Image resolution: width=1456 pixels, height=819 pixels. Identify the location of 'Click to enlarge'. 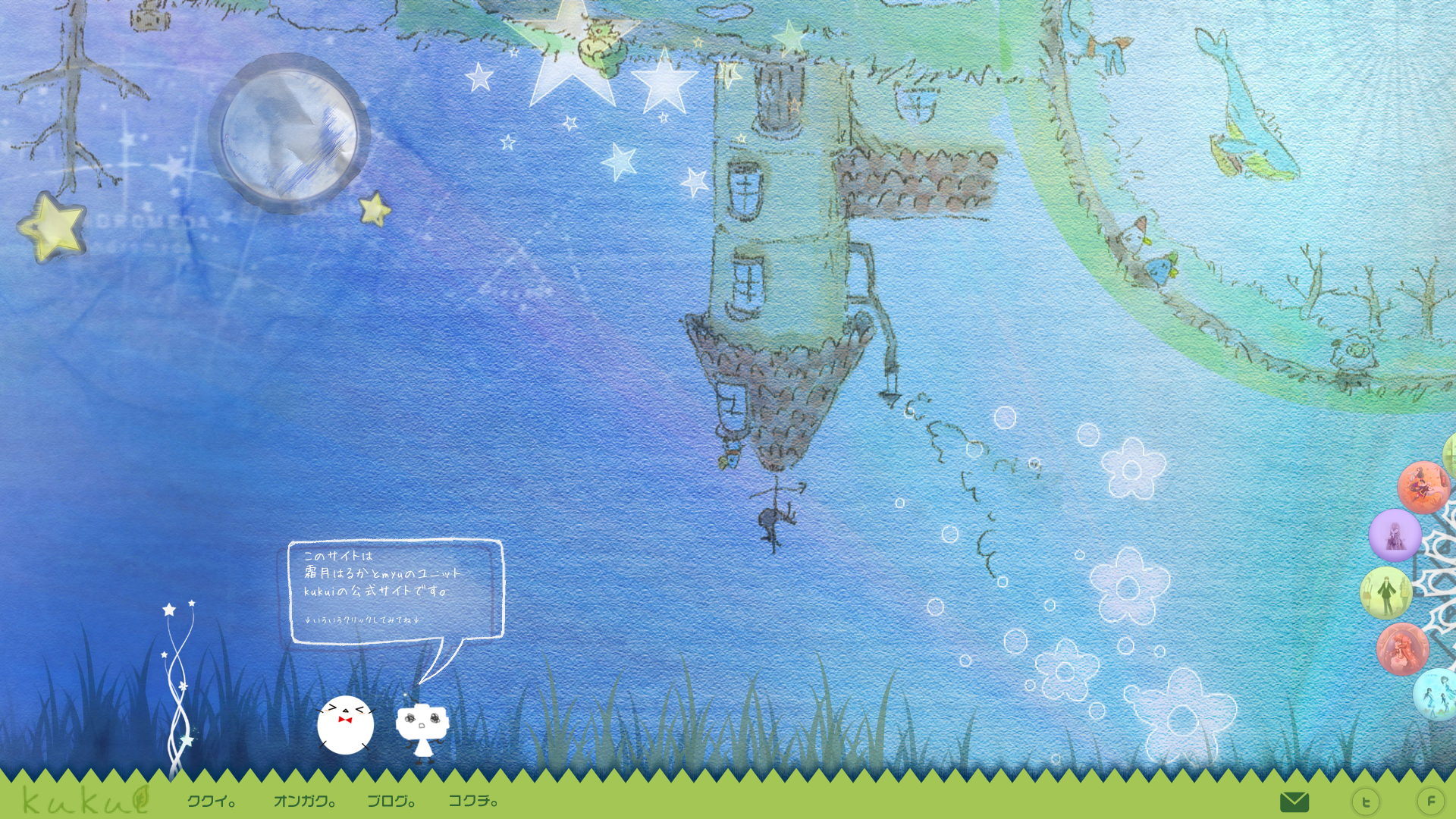
(174, 679).